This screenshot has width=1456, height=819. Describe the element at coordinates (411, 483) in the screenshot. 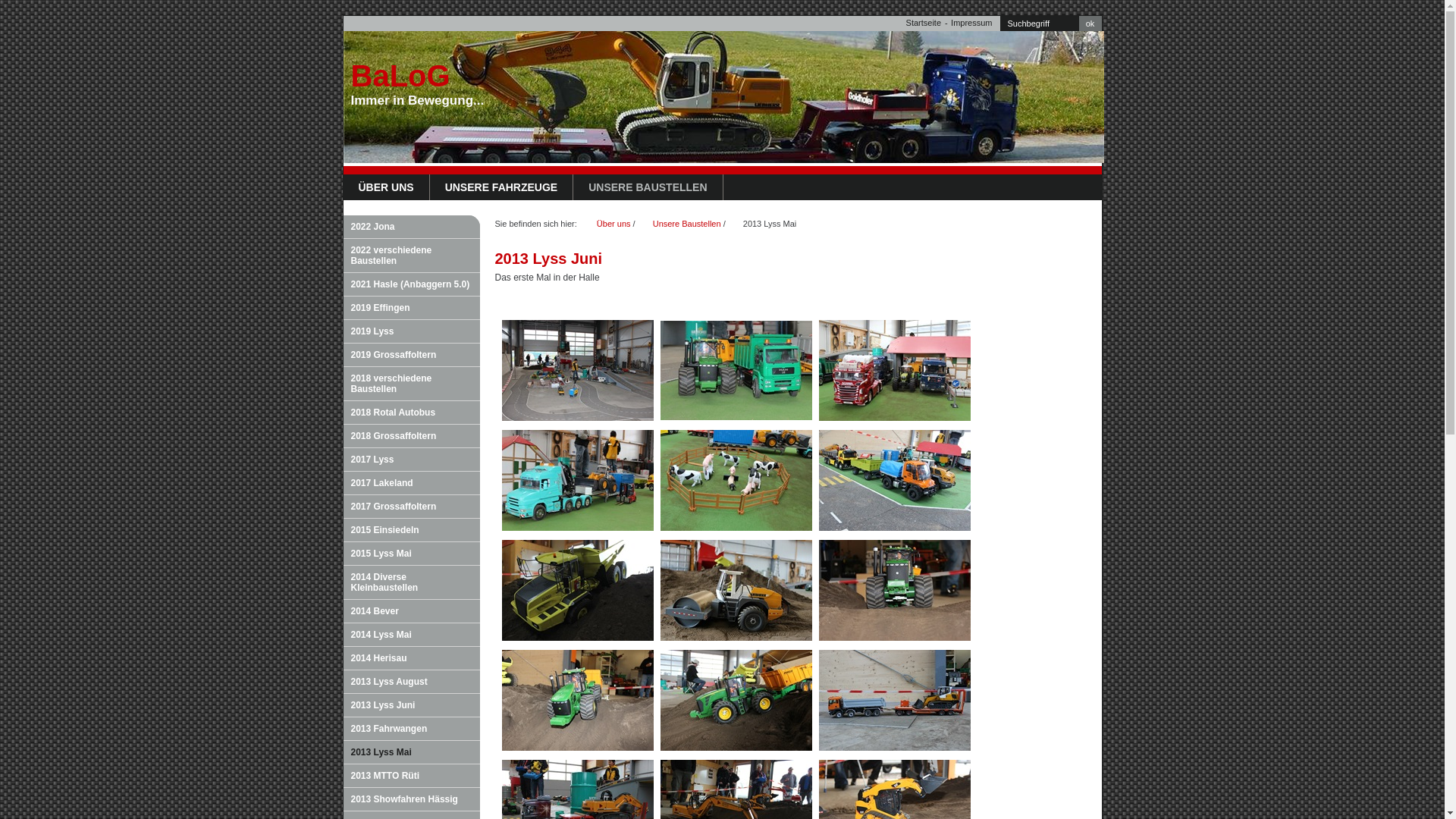

I see `'2017 Lakeland'` at that location.